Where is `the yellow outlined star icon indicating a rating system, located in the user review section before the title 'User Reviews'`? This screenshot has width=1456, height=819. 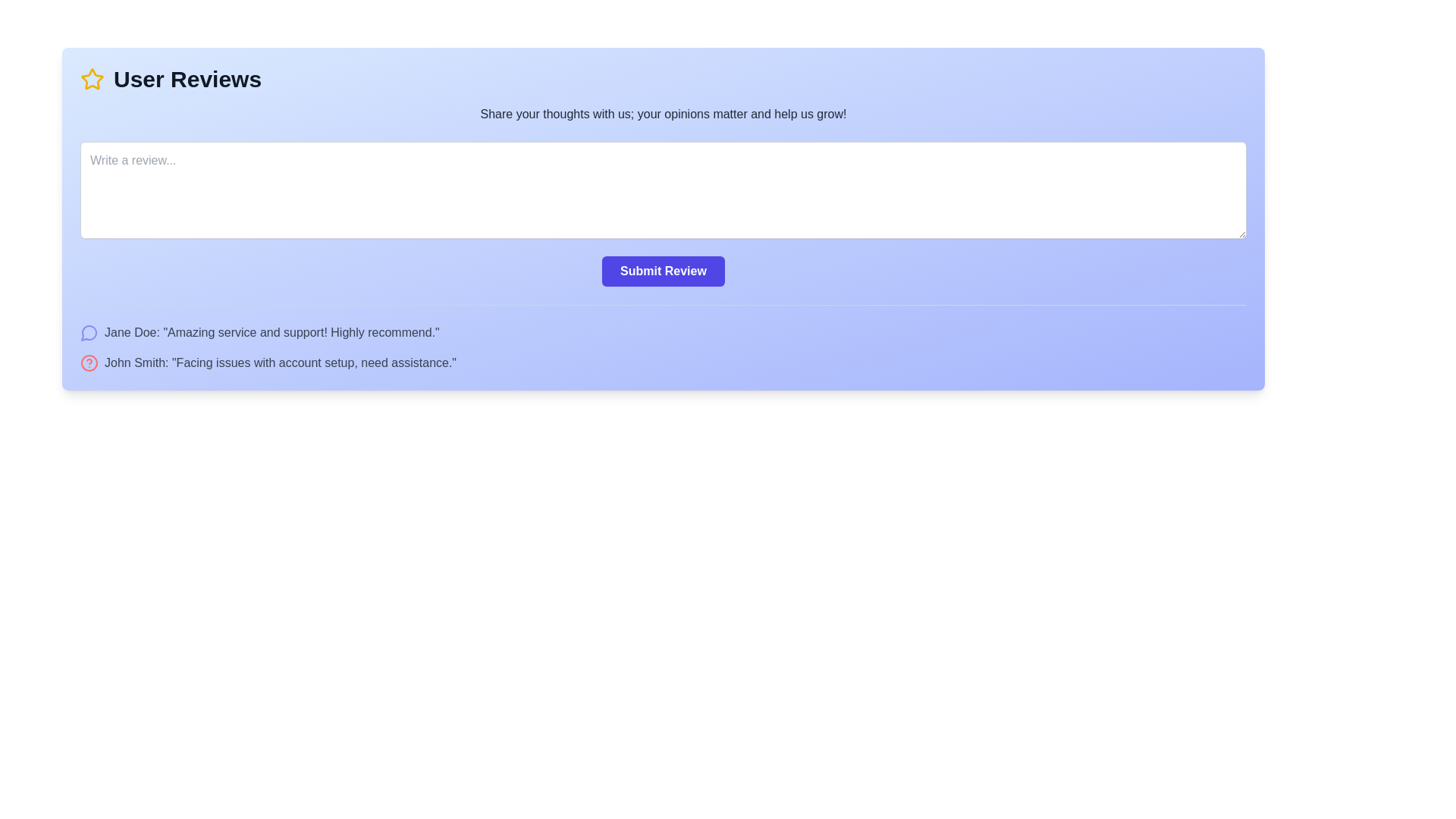
the yellow outlined star icon indicating a rating system, located in the user review section before the title 'User Reviews' is located at coordinates (91, 79).